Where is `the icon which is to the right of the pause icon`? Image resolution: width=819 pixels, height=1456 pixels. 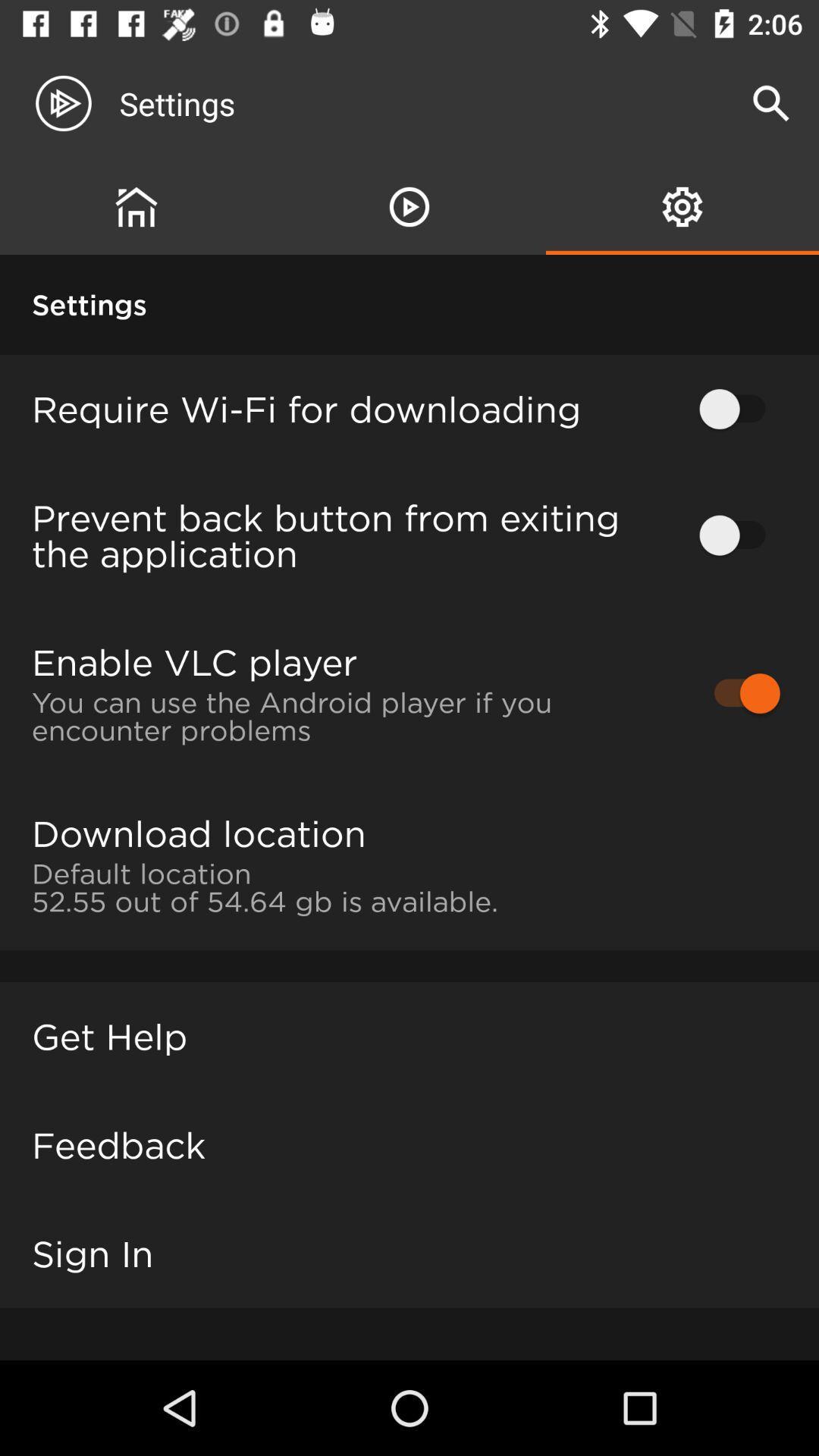
the icon which is to the right of the pause icon is located at coordinates (682, 206).